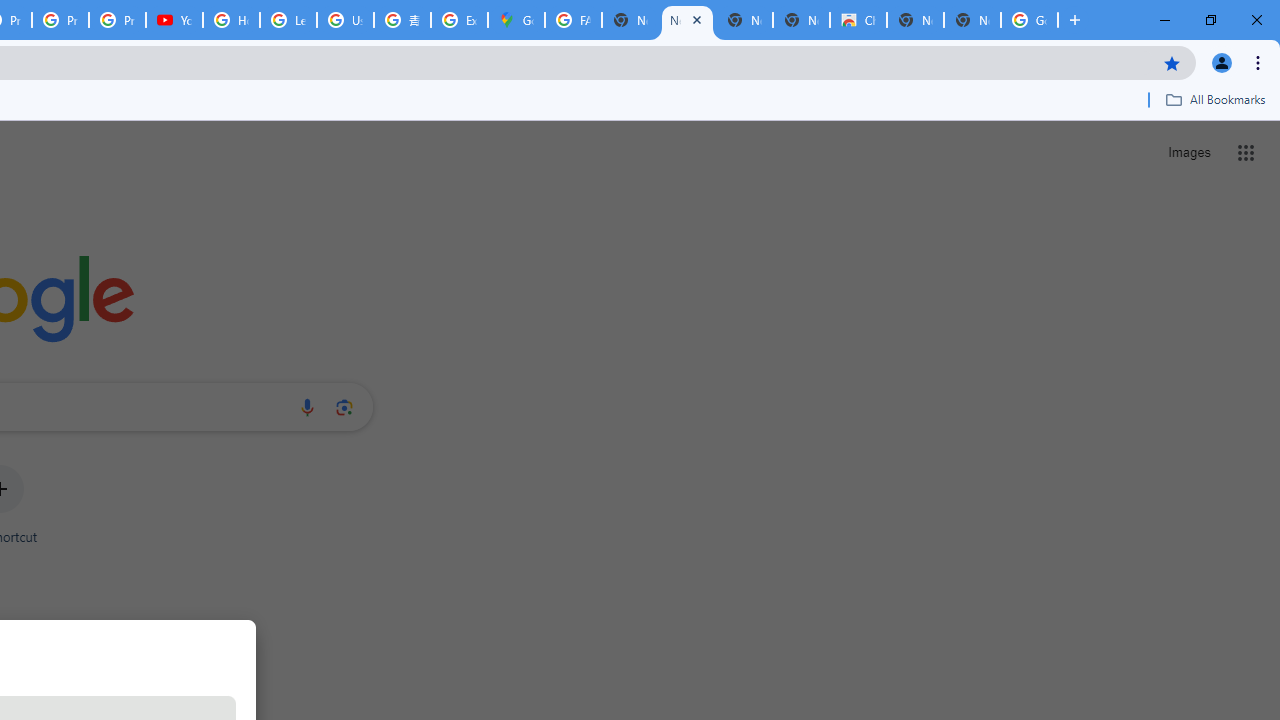 This screenshot has width=1280, height=720. What do you see at coordinates (174, 20) in the screenshot?
I see `'YouTube'` at bounding box center [174, 20].